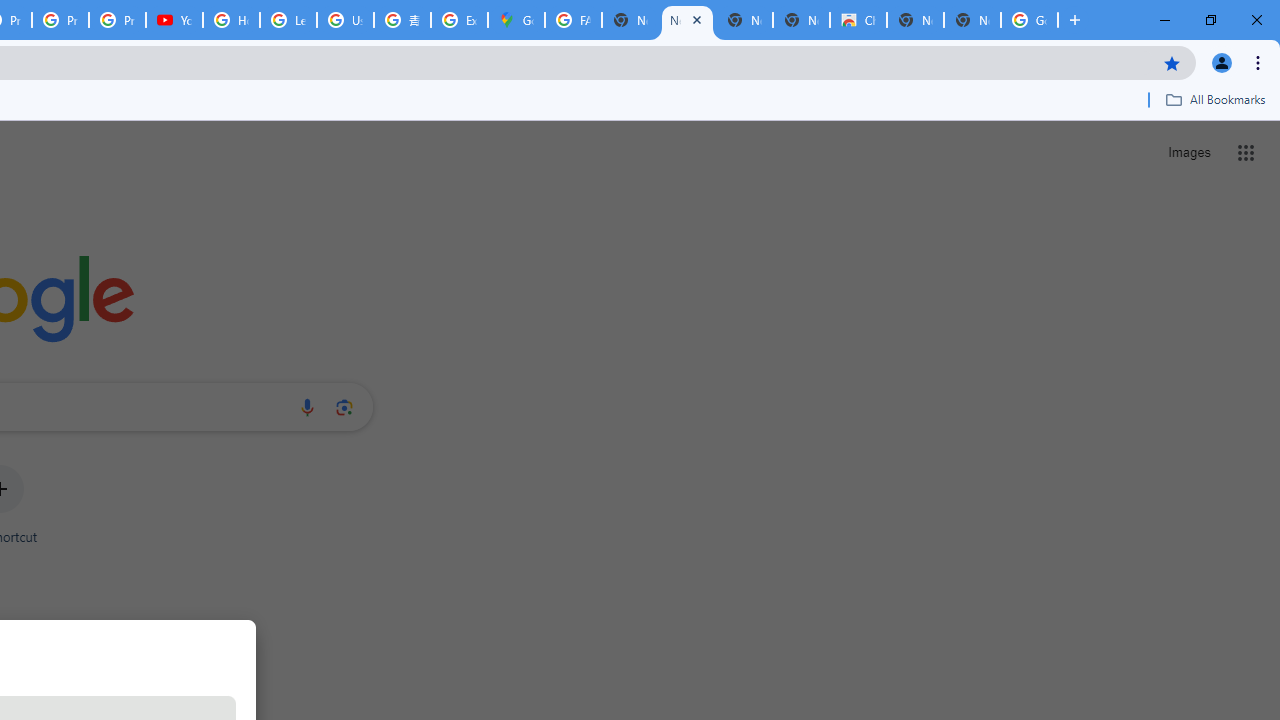 This screenshot has width=1280, height=720. What do you see at coordinates (174, 20) in the screenshot?
I see `'YouTube'` at bounding box center [174, 20].